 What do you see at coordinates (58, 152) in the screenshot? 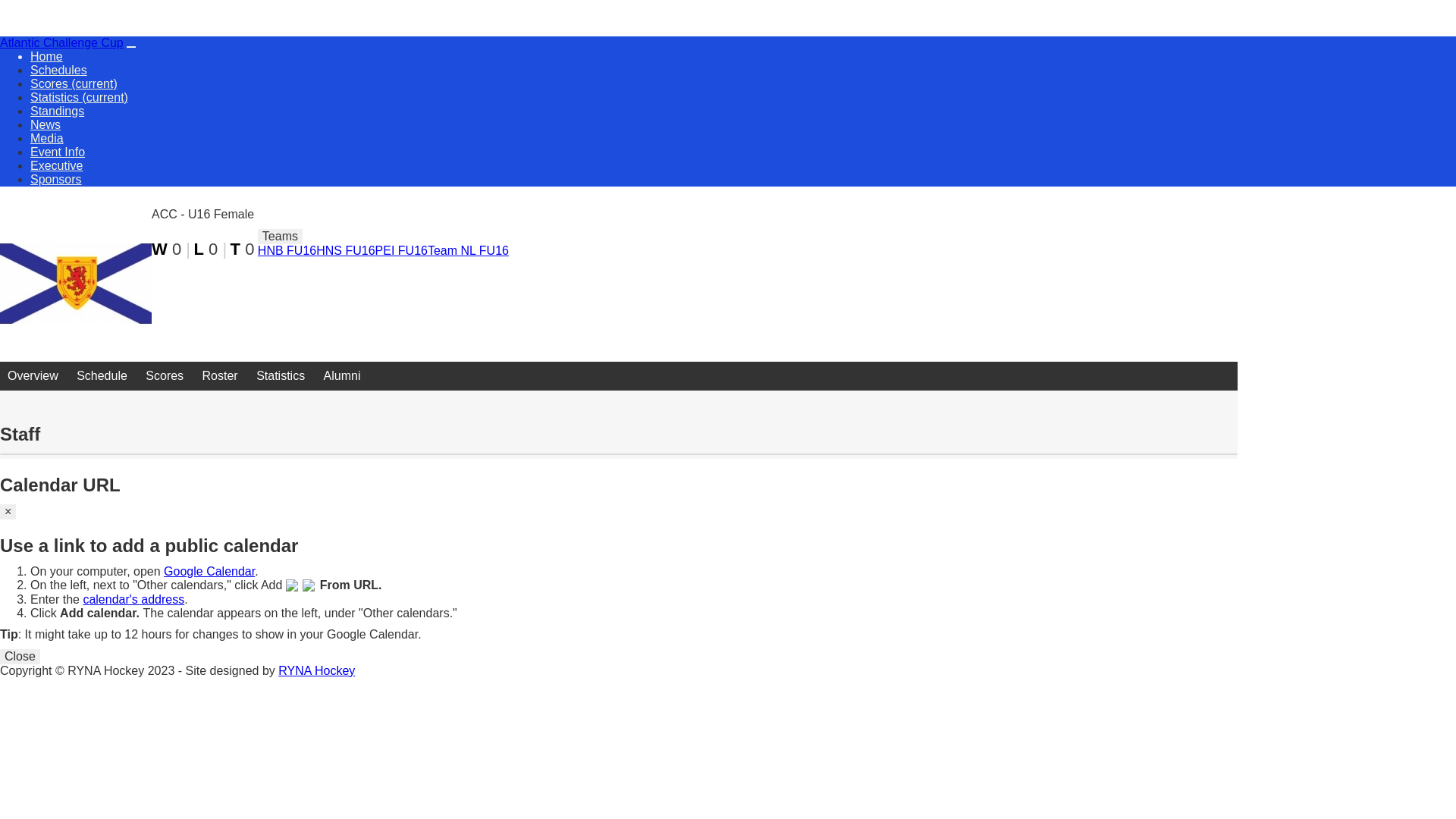
I see `'Event Info'` at bounding box center [58, 152].